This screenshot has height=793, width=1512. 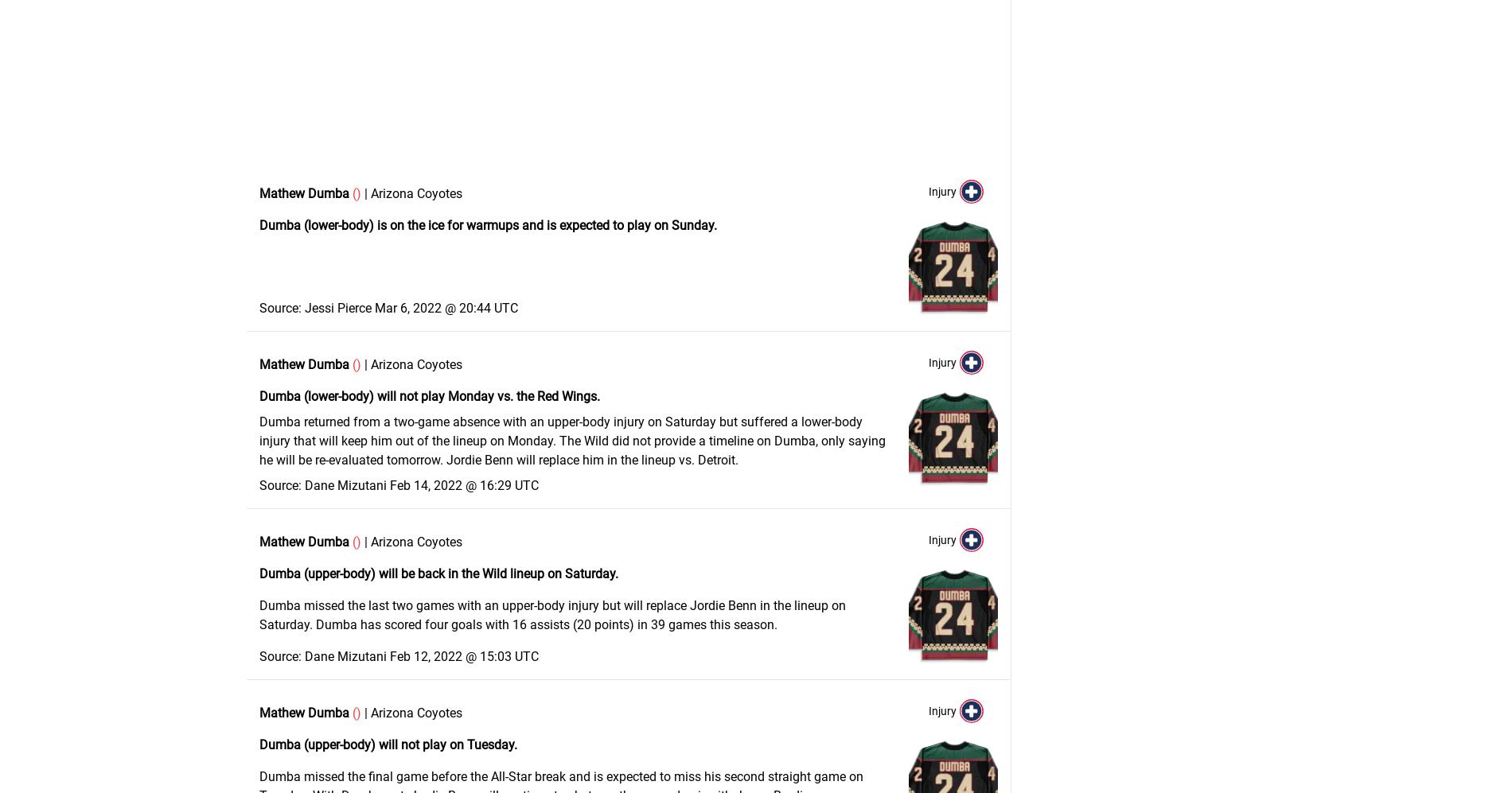 What do you see at coordinates (337, 308) in the screenshot?
I see `'Jessi Pierce'` at bounding box center [337, 308].